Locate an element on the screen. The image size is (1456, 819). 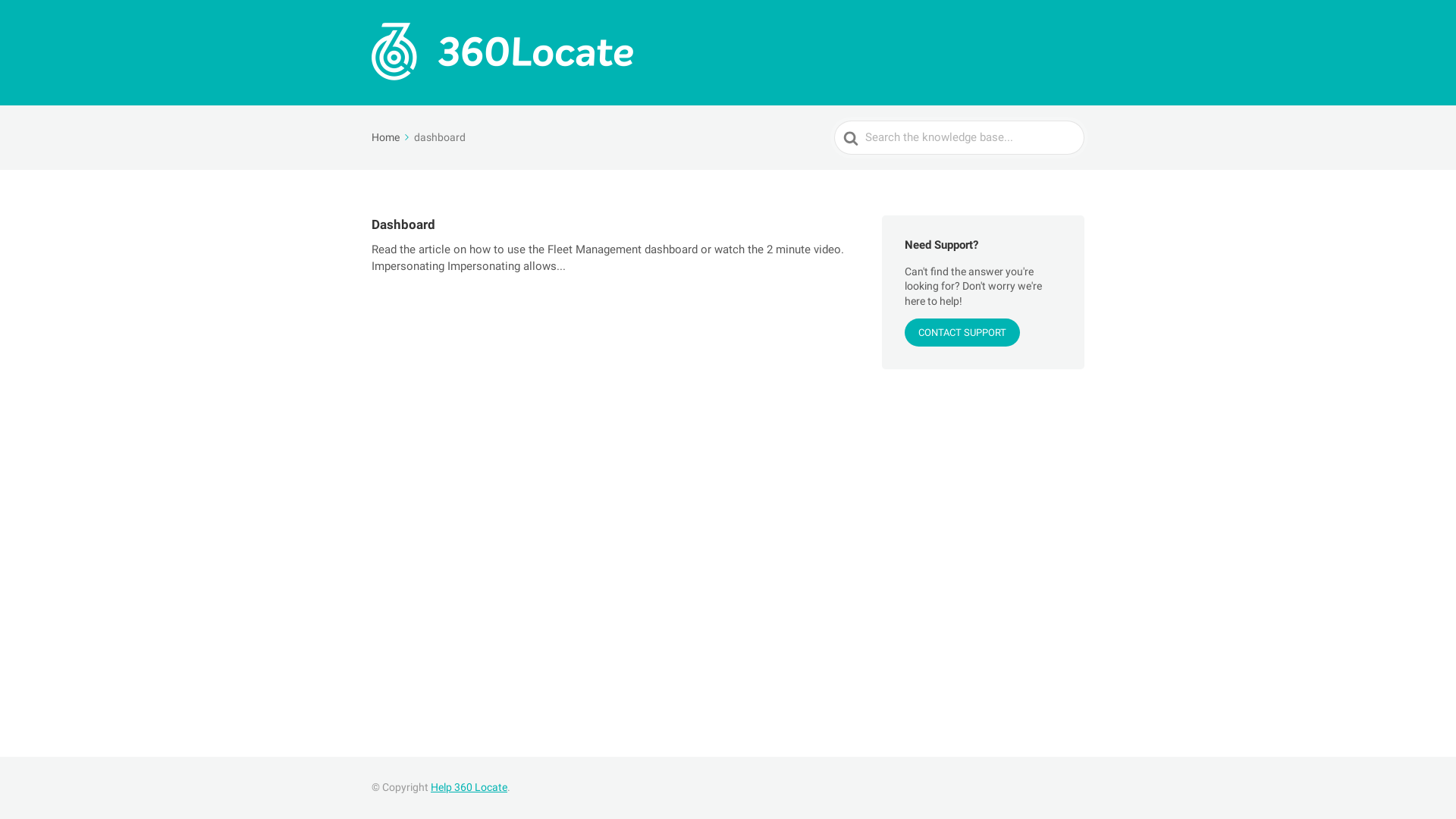
'CONTACT SUPPORT' is located at coordinates (961, 331).